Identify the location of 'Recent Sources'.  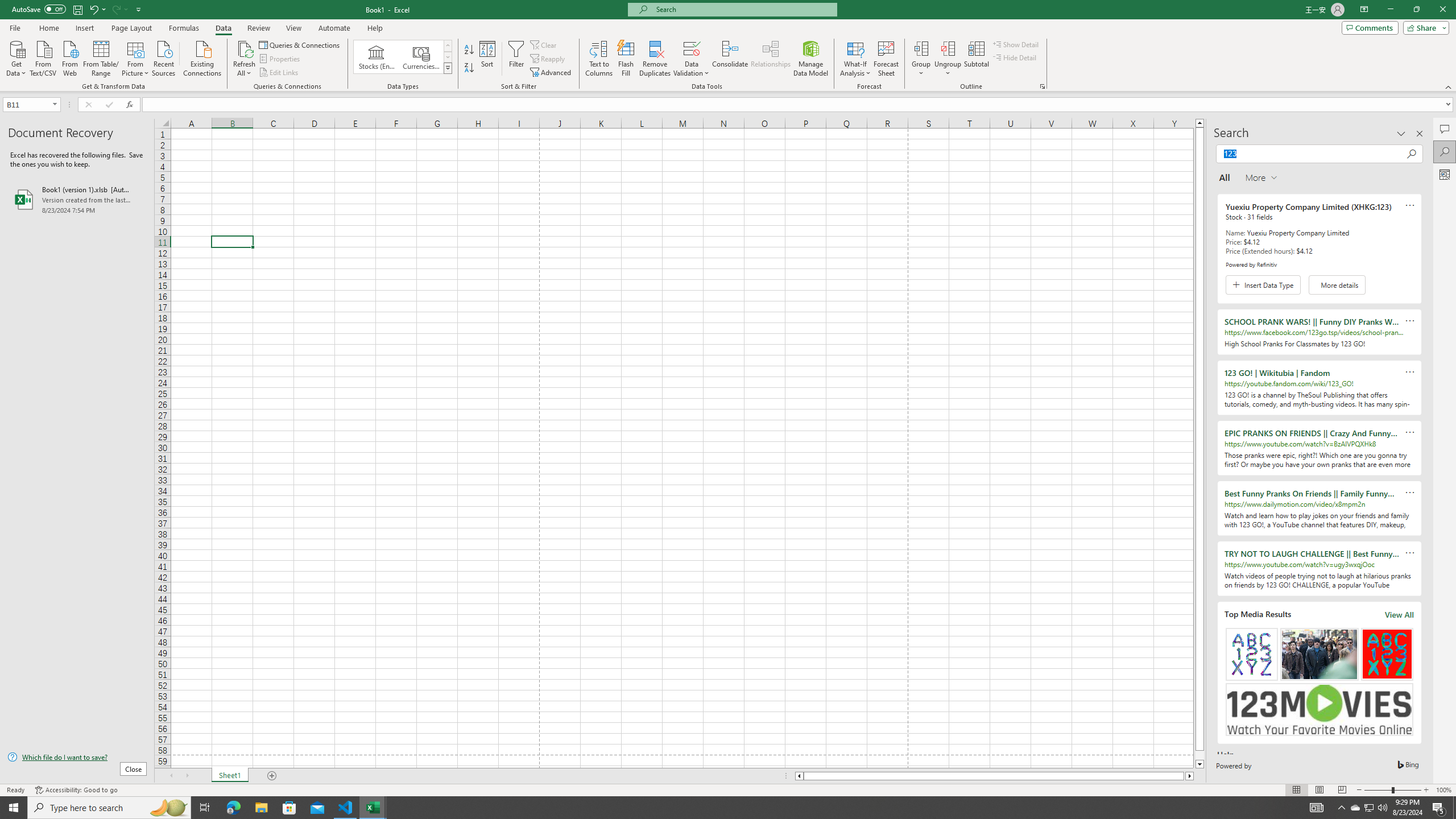
(164, 57).